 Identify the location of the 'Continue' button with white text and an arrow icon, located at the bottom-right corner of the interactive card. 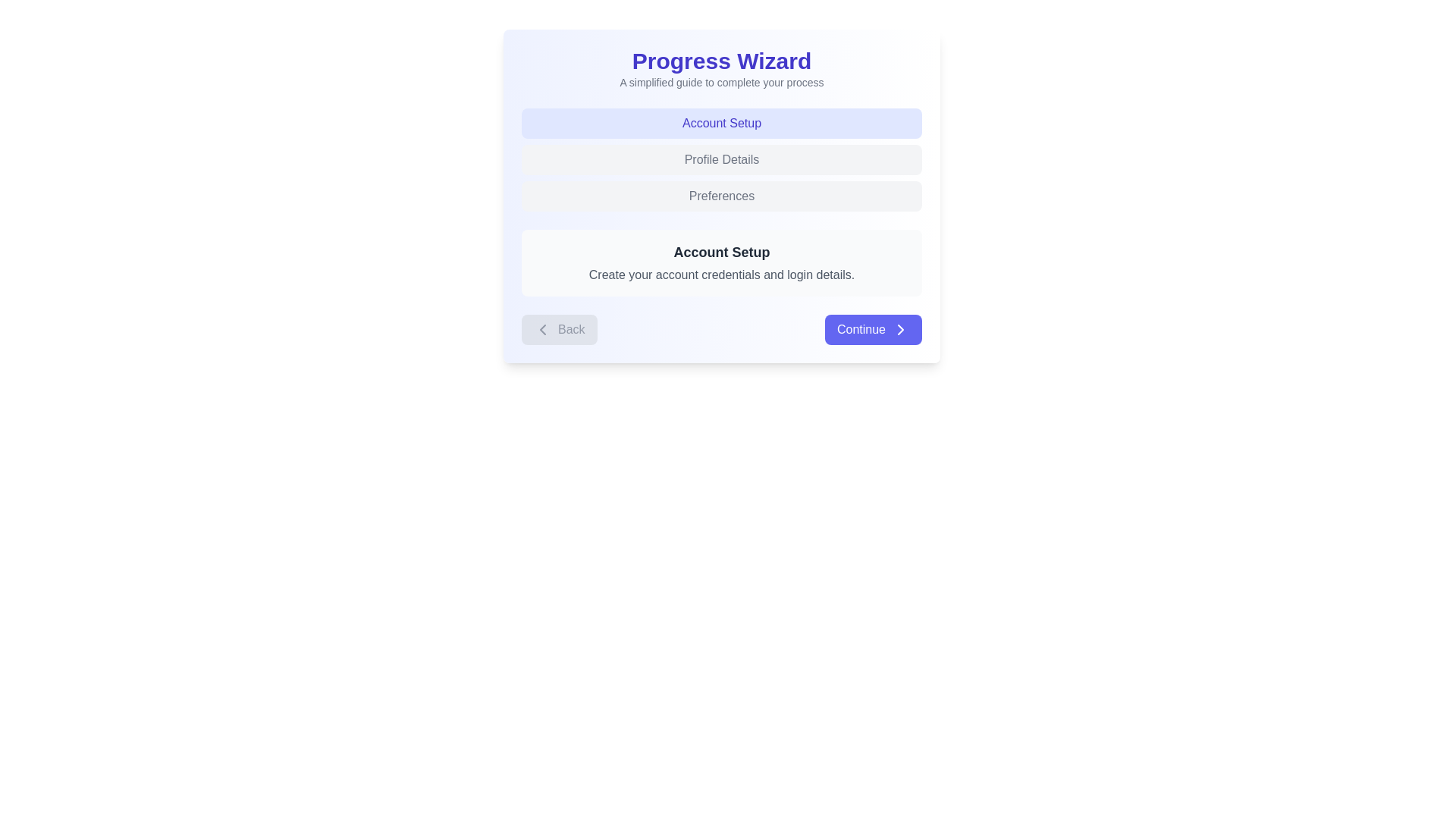
(874, 329).